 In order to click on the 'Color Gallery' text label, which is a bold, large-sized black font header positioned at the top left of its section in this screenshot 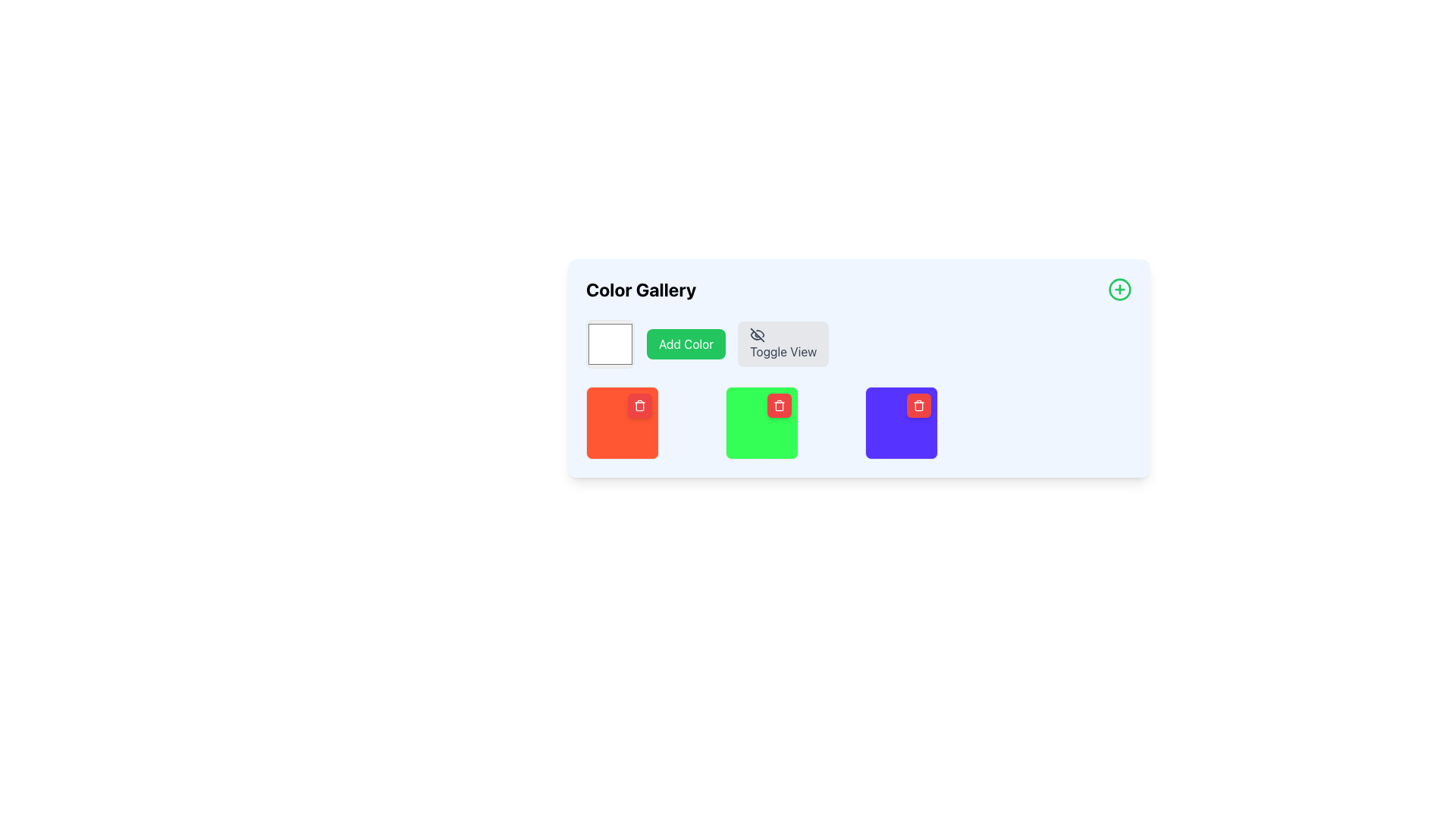, I will do `click(641, 289)`.